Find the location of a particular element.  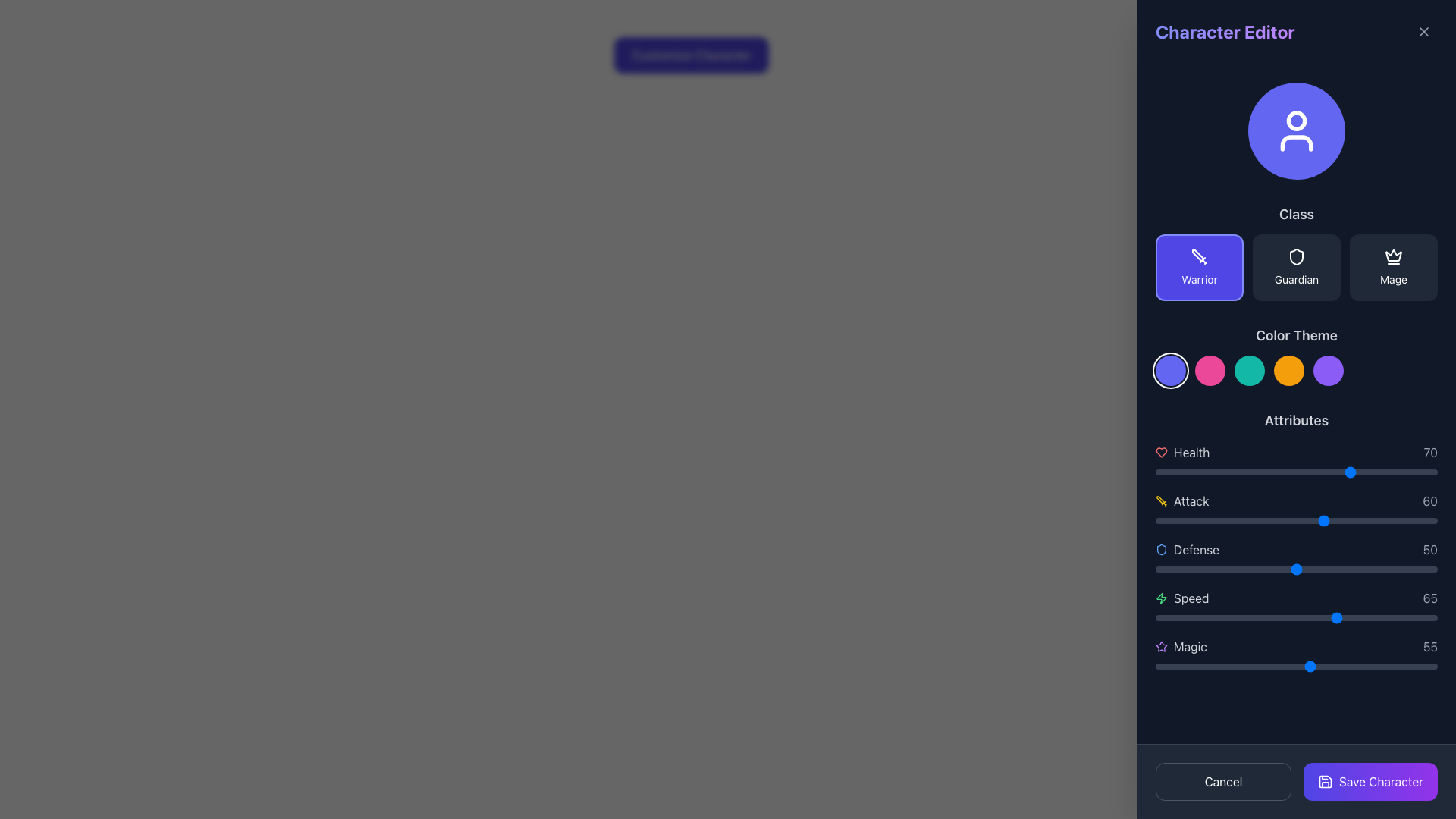

health value is located at coordinates (1205, 472).